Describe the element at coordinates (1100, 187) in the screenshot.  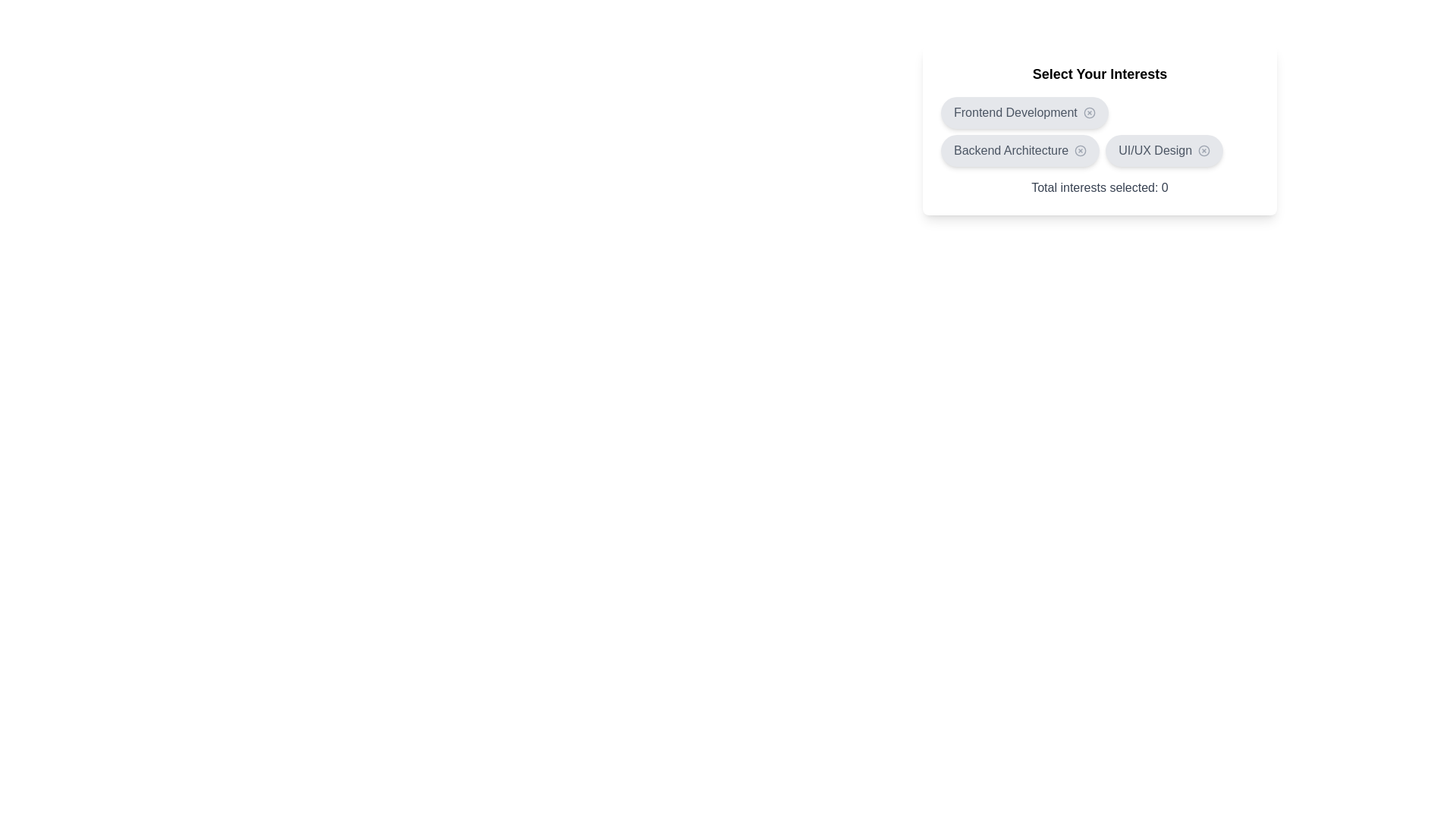
I see `the static text label that summarizes the total number of selected interests, located at the bottom of the card interface below the selectable interest options` at that location.